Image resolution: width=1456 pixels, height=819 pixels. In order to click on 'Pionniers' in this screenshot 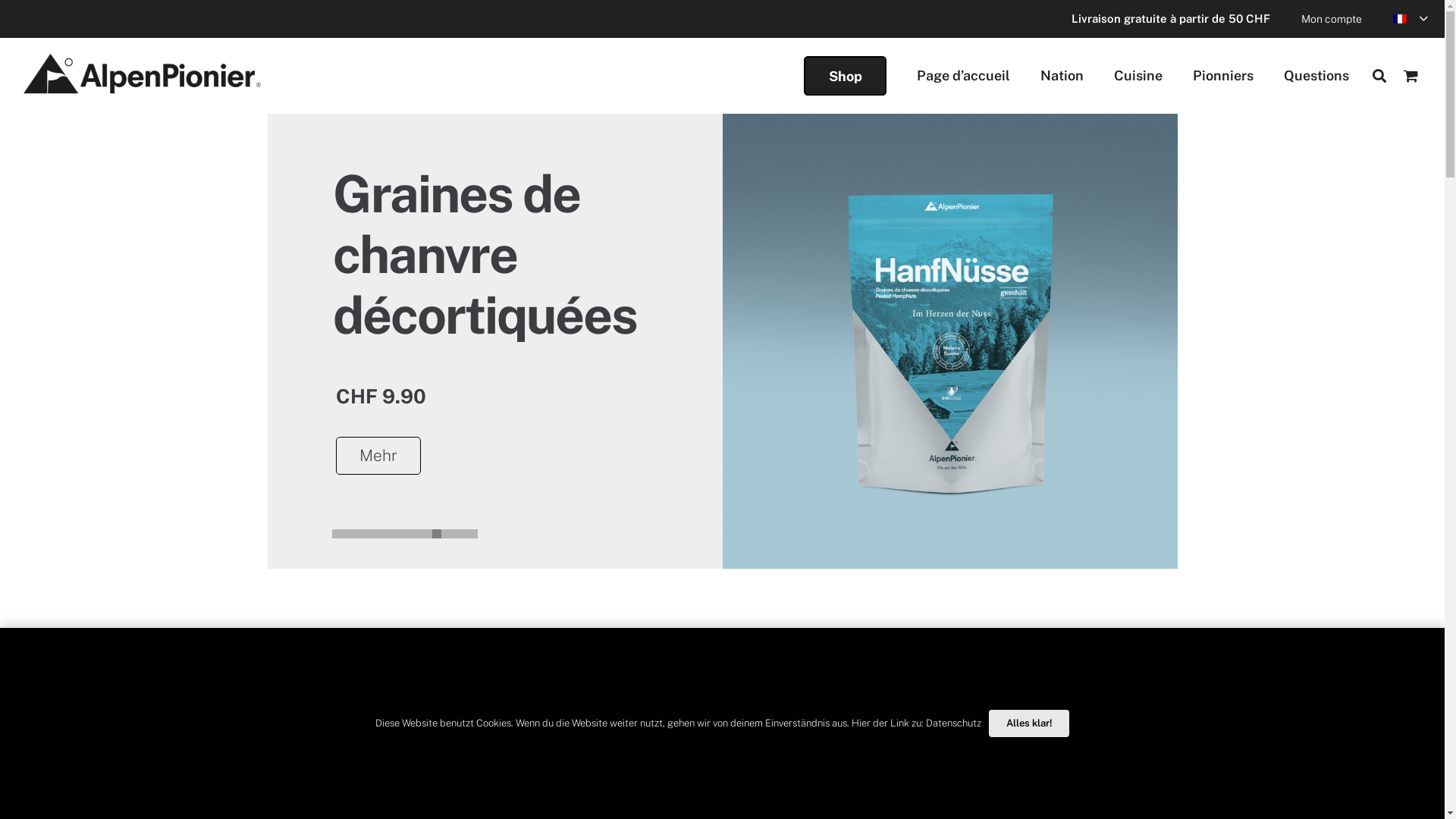, I will do `click(1222, 76)`.